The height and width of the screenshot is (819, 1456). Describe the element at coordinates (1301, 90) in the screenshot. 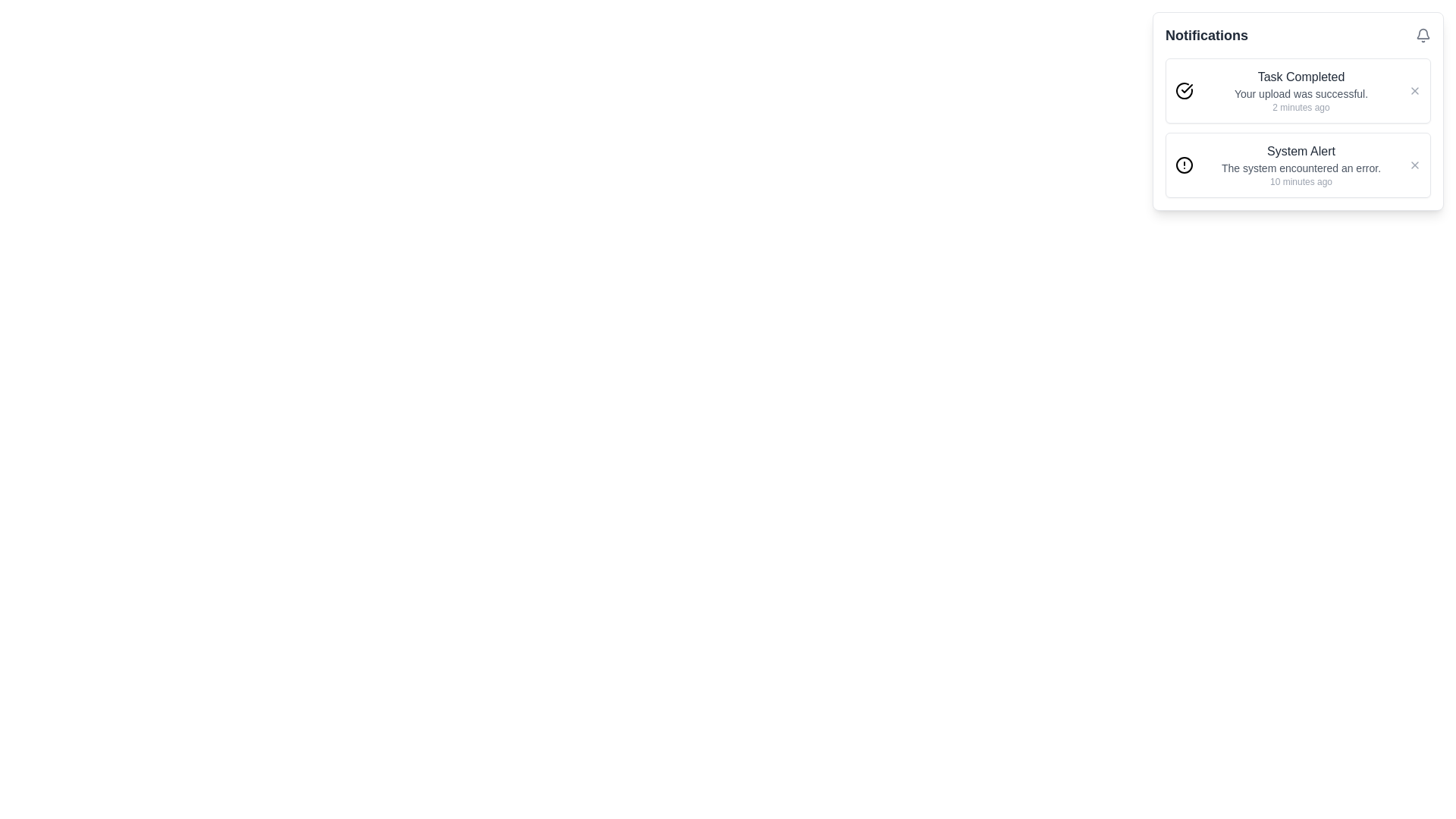

I see `the text block within the first notification card that displays a completed task upload message in the notifications panel` at that location.